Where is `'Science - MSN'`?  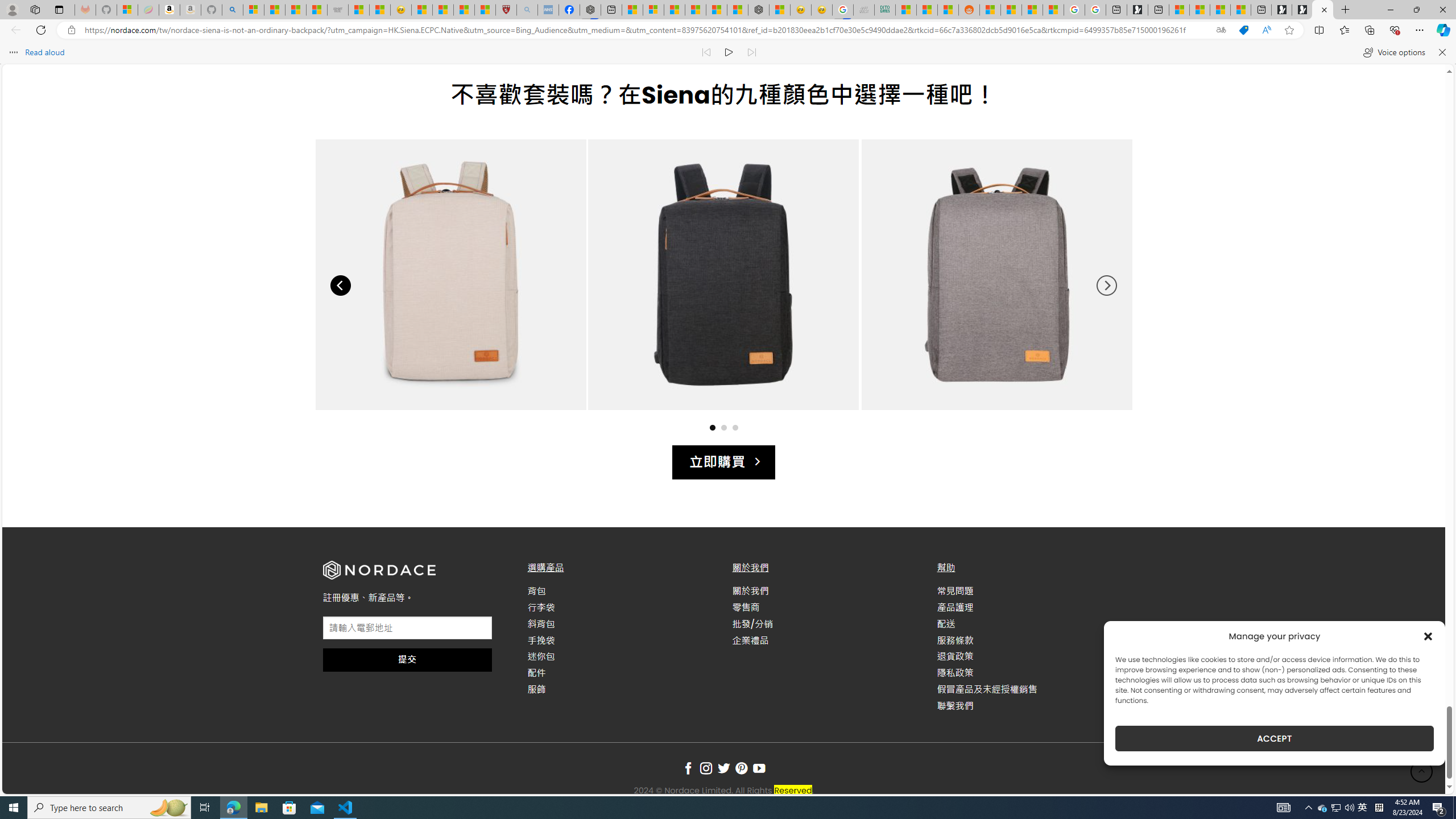 'Science - MSN' is located at coordinates (464, 9).